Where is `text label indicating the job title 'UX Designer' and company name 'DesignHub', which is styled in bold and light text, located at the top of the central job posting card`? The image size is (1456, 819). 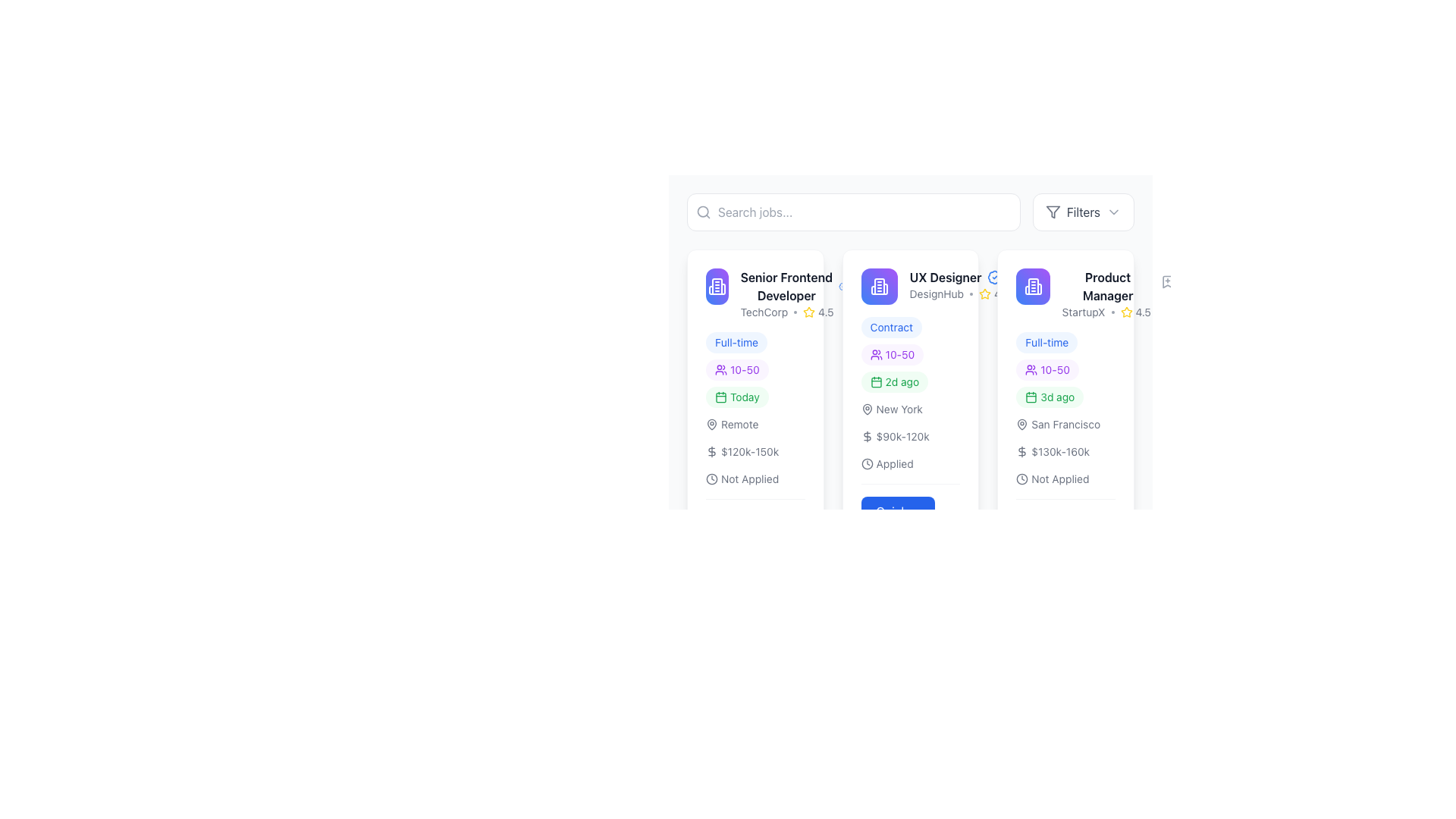 text label indicating the job title 'UX Designer' and company name 'DesignHub', which is styled in bold and light text, located at the top of the central job posting card is located at coordinates (910, 287).